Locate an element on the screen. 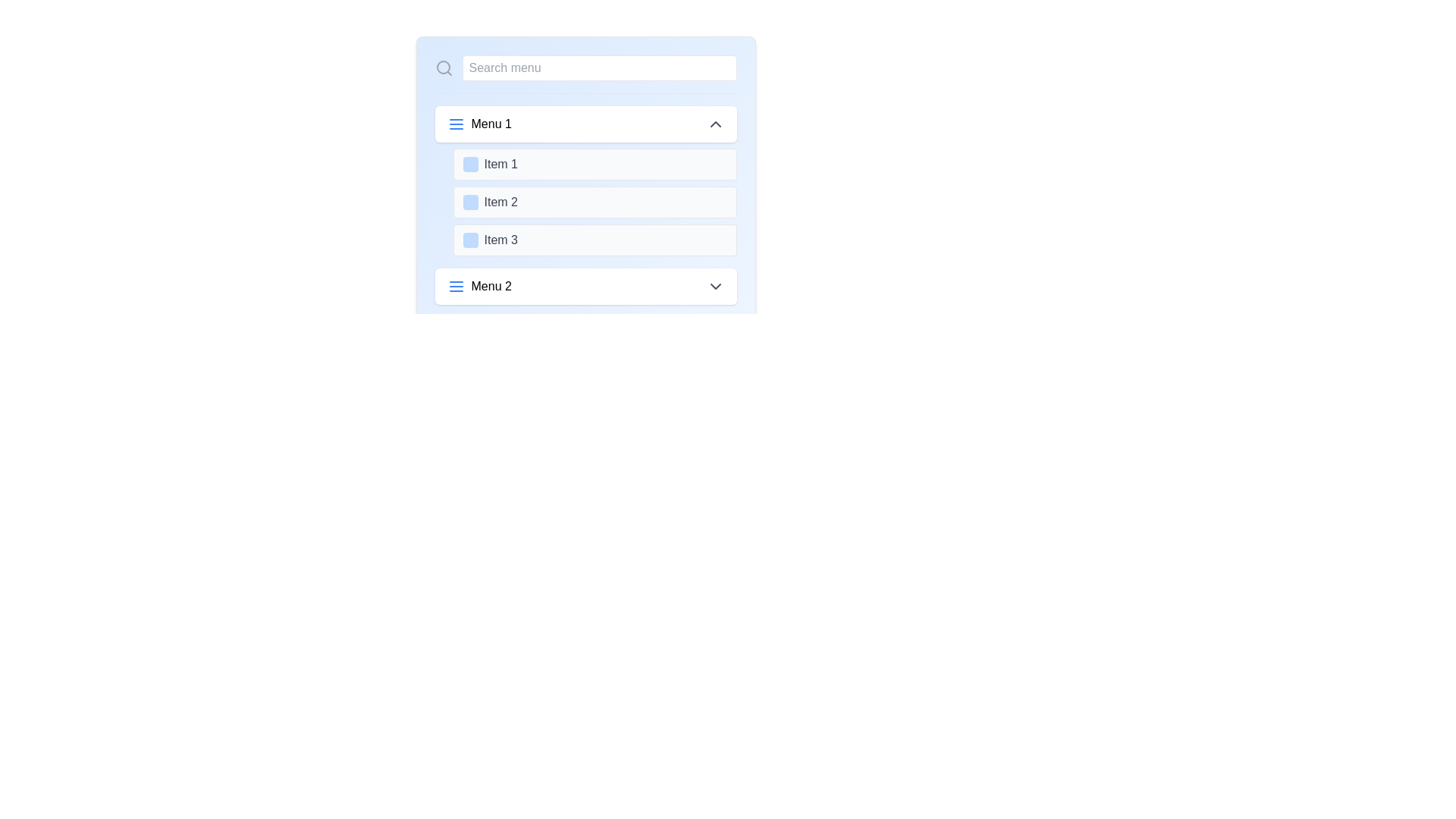  the collapsible menu icon located to the left of the text 'Menu 1' is located at coordinates (455, 124).